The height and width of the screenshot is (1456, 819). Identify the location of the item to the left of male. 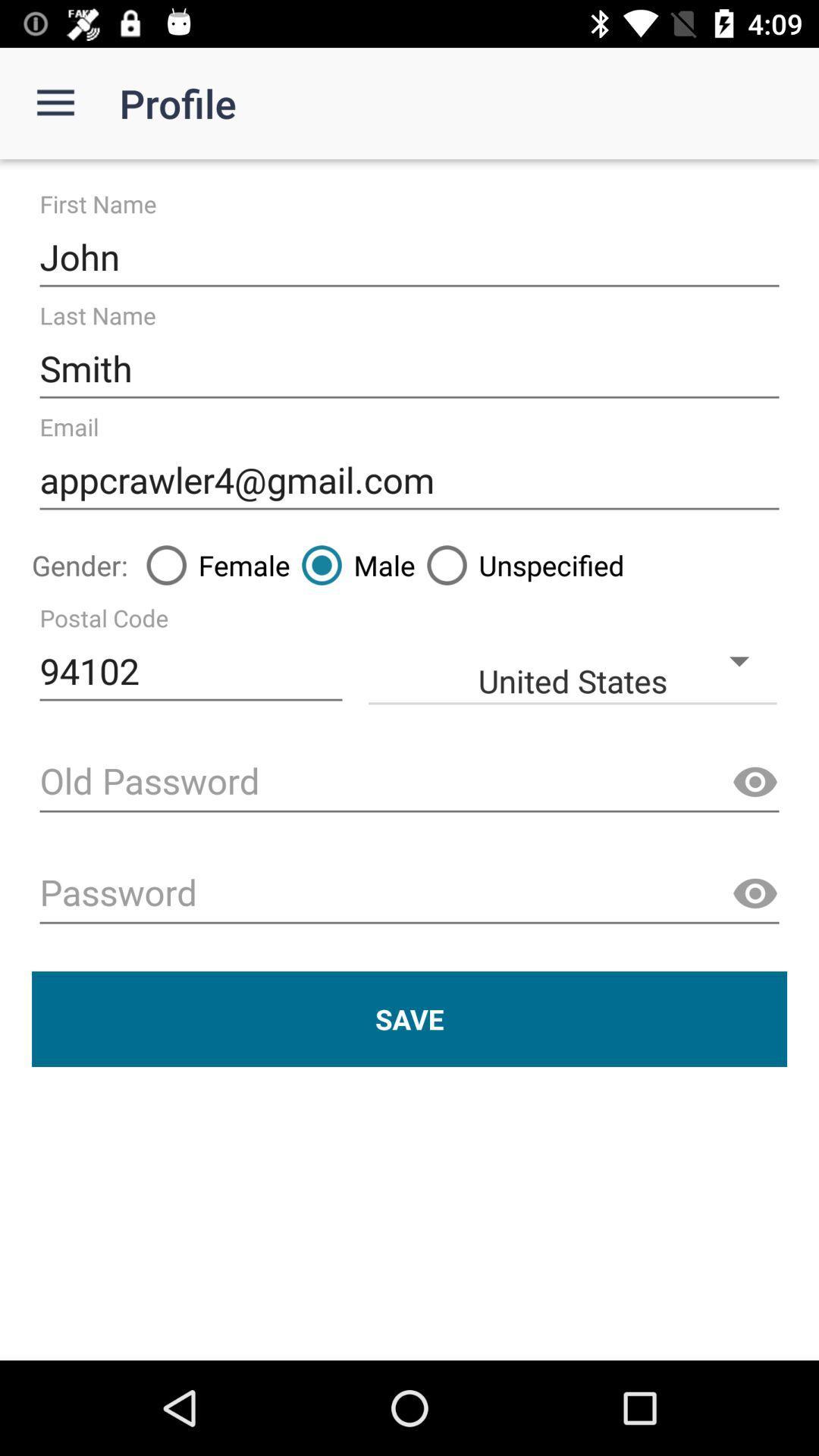
(212, 564).